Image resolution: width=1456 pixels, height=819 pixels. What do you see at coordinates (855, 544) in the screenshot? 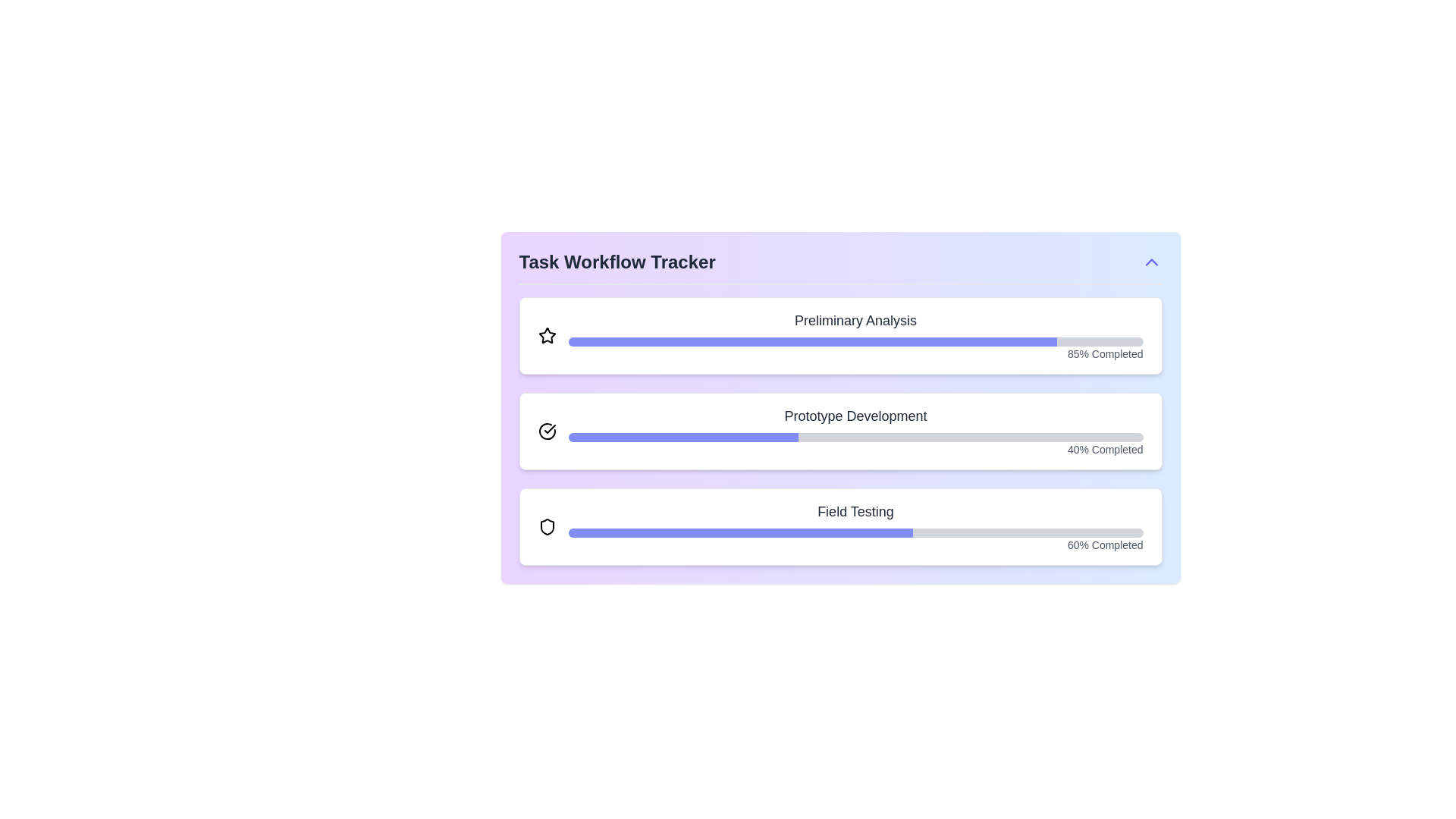
I see `the text label displaying '60% Completed' located at the bottom right of the 'Field Testing' section` at bounding box center [855, 544].